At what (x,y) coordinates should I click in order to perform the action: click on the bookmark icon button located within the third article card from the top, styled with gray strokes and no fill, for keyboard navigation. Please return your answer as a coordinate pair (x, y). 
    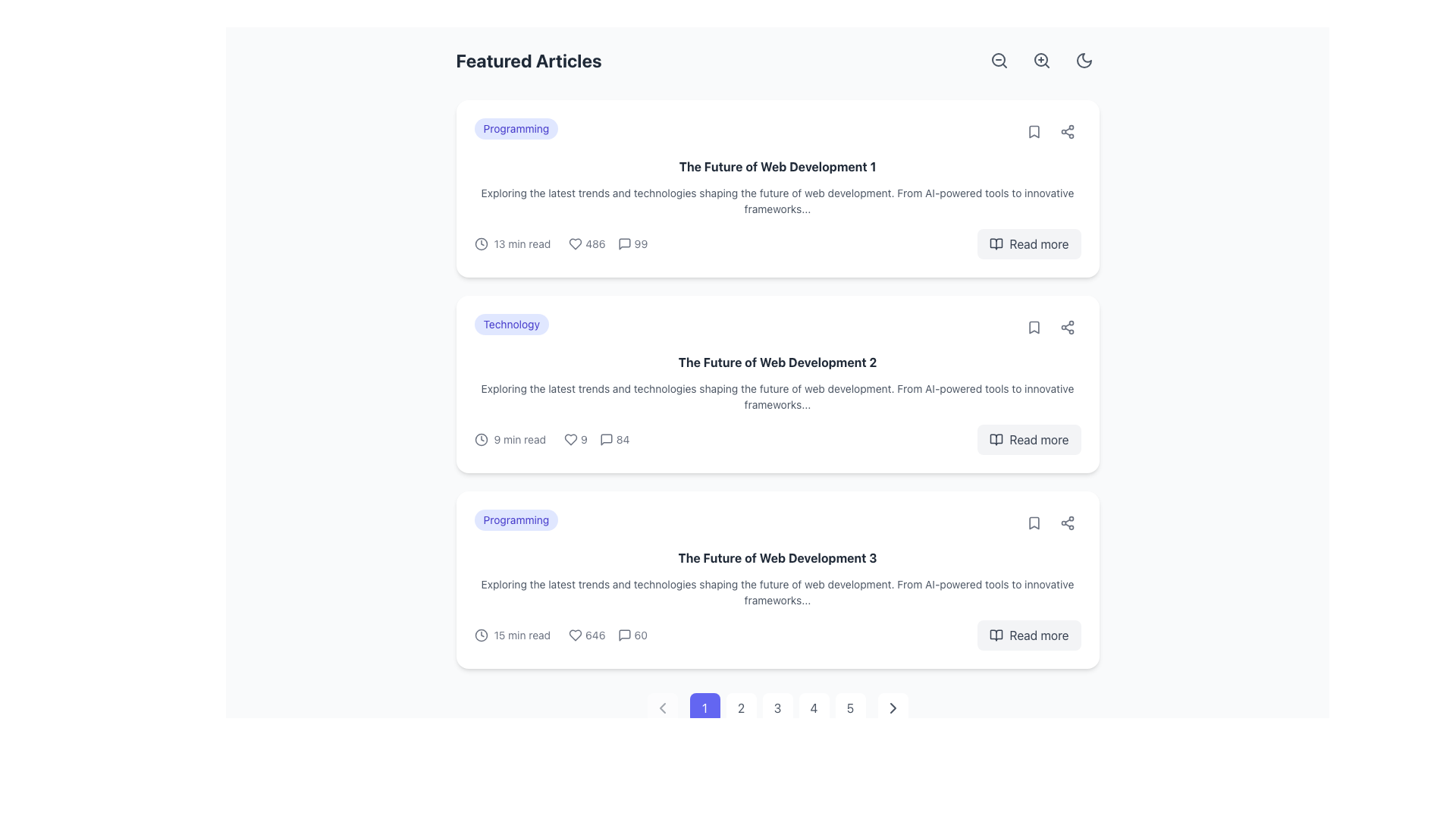
    Looking at the image, I should click on (1033, 522).